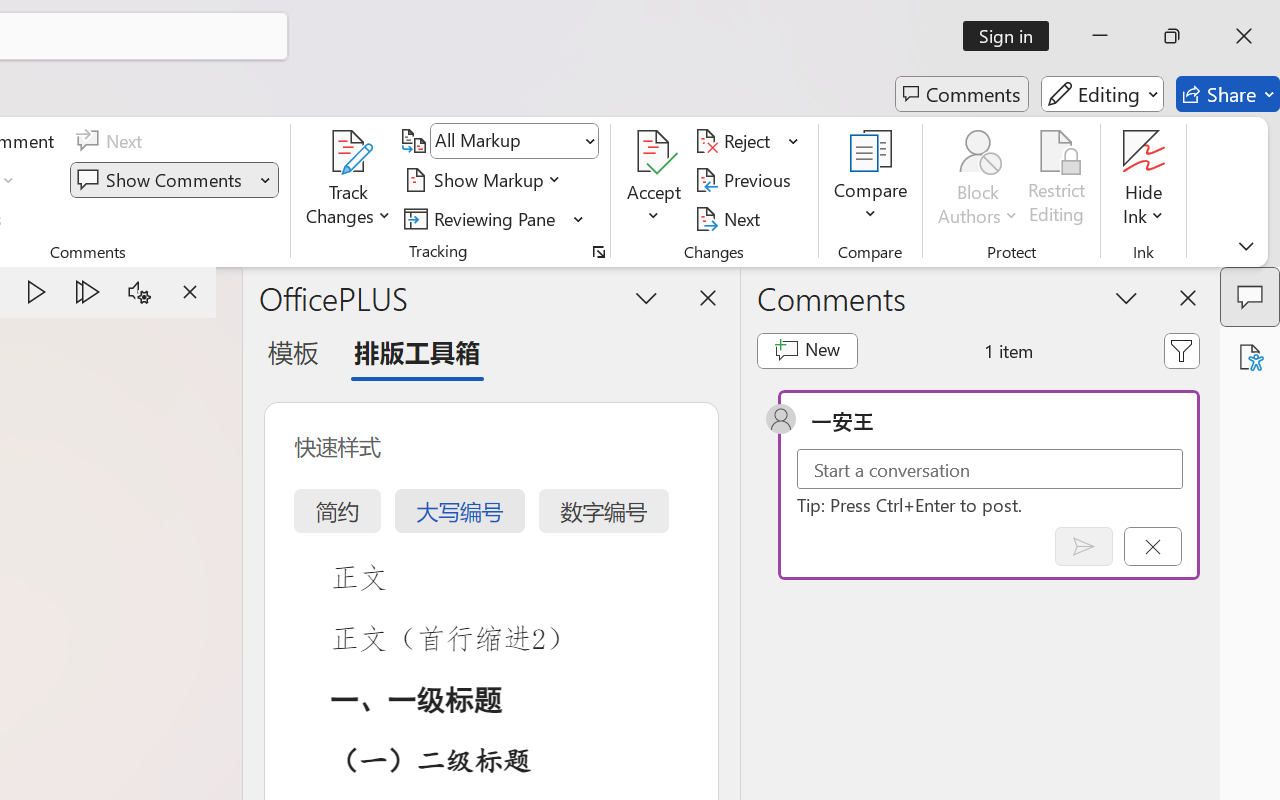 The height and width of the screenshot is (800, 1280). Describe the element at coordinates (349, 151) in the screenshot. I see `'Track Changes'` at that location.